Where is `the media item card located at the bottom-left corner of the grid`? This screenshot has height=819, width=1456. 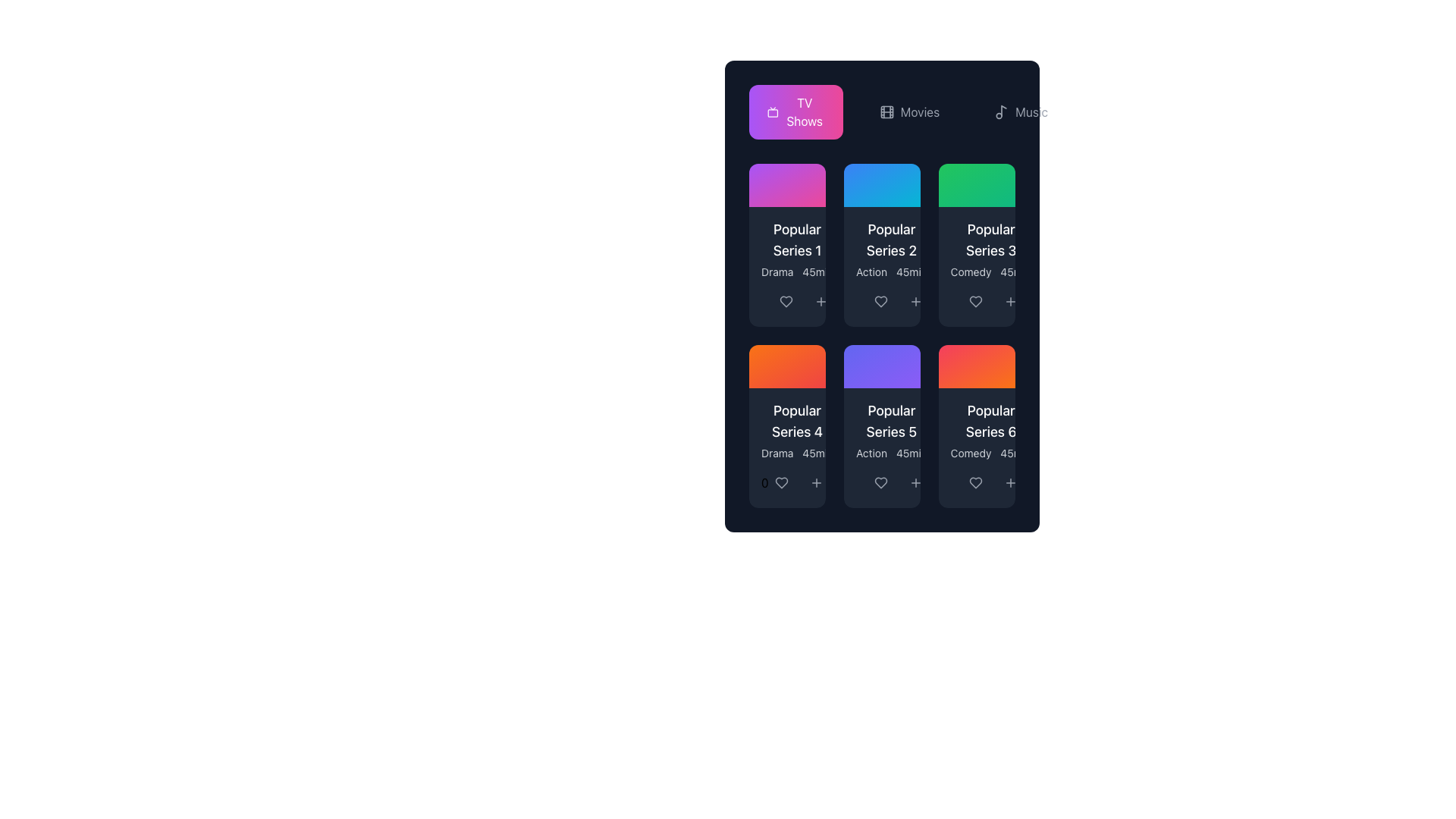
the media item card located at the bottom-left corner of the grid is located at coordinates (787, 426).